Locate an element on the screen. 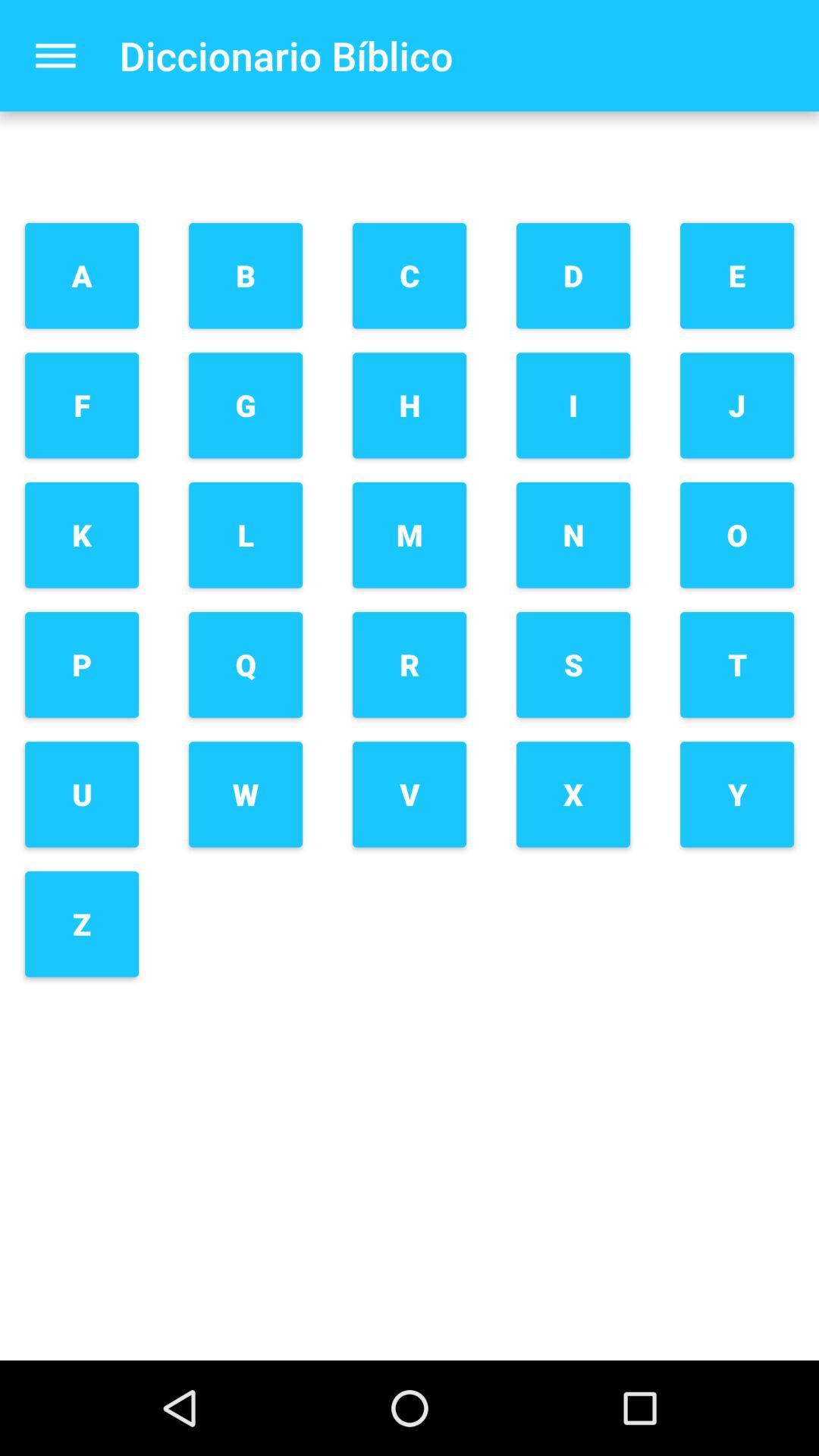  the x button is located at coordinates (573, 793).